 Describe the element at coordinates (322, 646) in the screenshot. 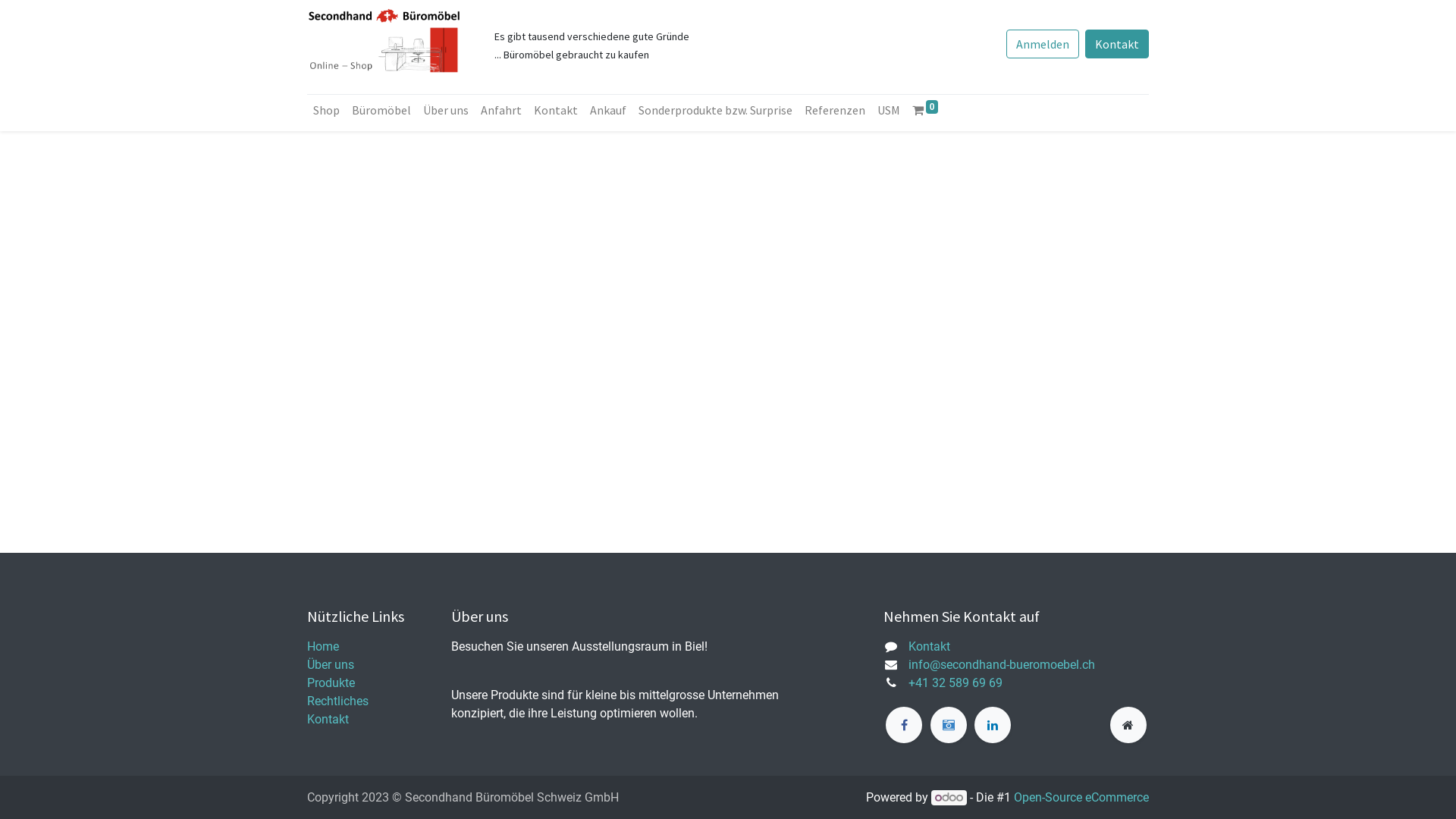

I see `'Home'` at that location.